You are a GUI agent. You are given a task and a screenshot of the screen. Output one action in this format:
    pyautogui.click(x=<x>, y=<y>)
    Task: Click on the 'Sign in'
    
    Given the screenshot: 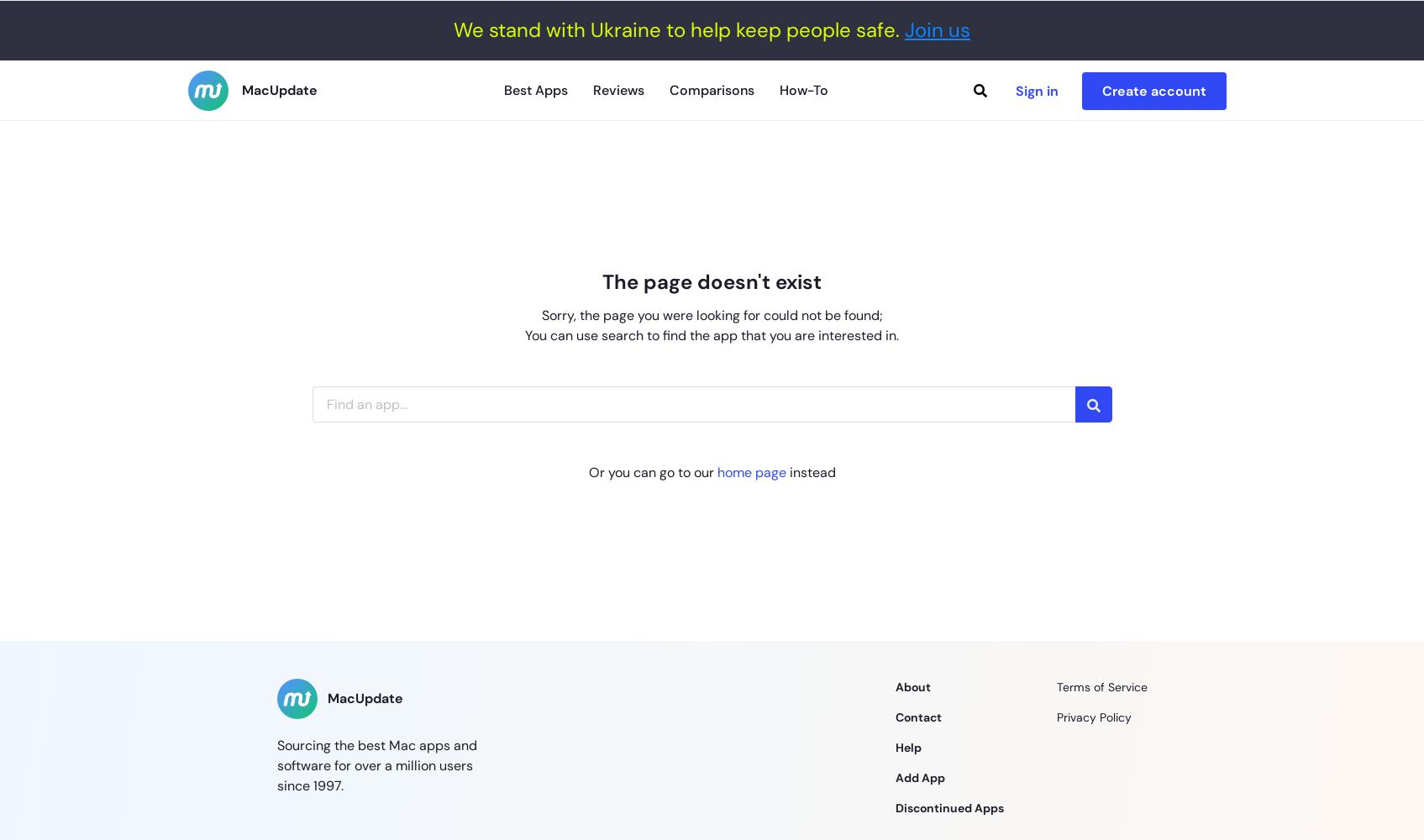 What is the action you would take?
    pyautogui.click(x=1015, y=89)
    